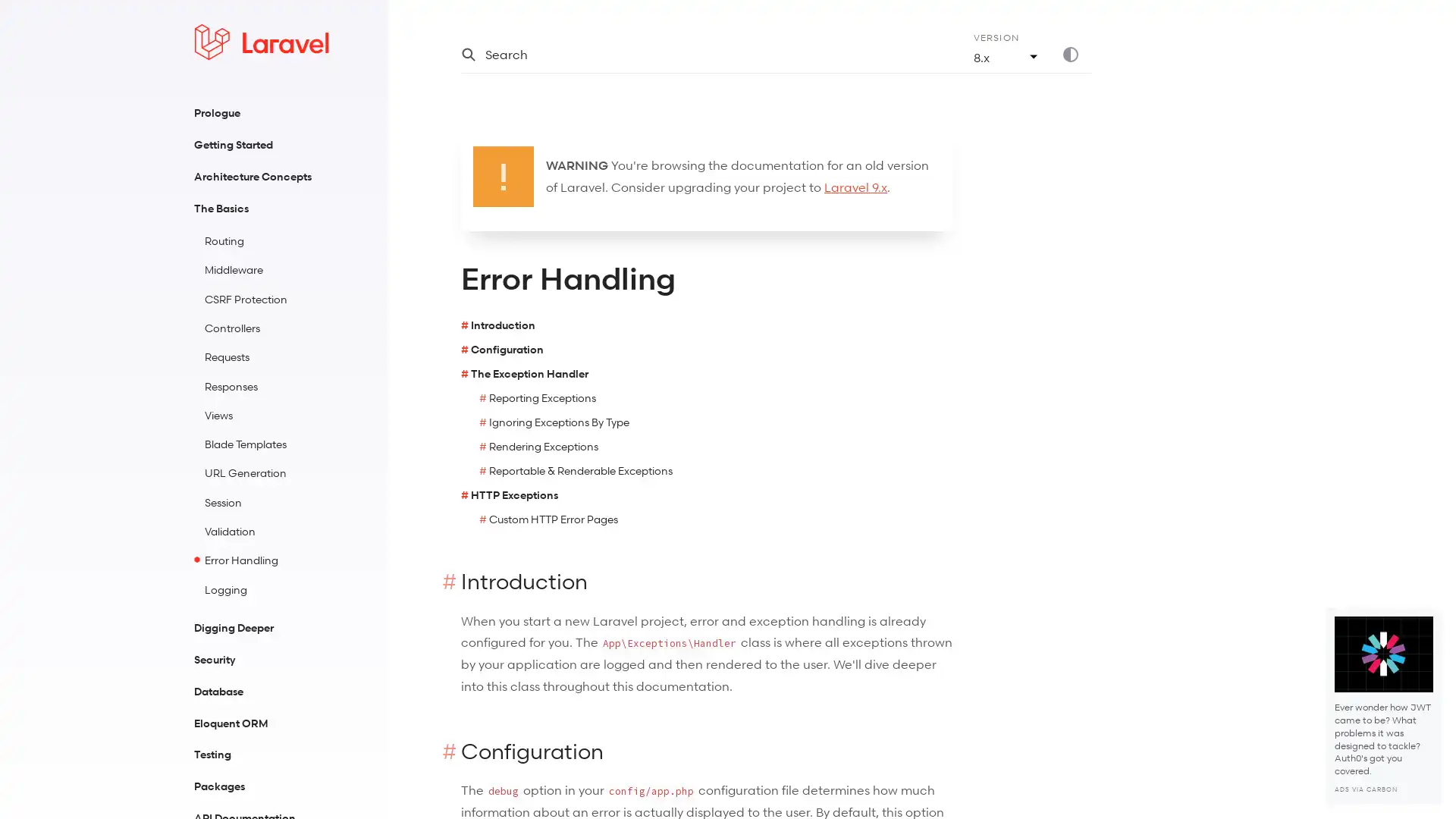 The width and height of the screenshot is (1456, 819). Describe the element at coordinates (1076, 54) in the screenshot. I see `Switch to dark mode` at that location.